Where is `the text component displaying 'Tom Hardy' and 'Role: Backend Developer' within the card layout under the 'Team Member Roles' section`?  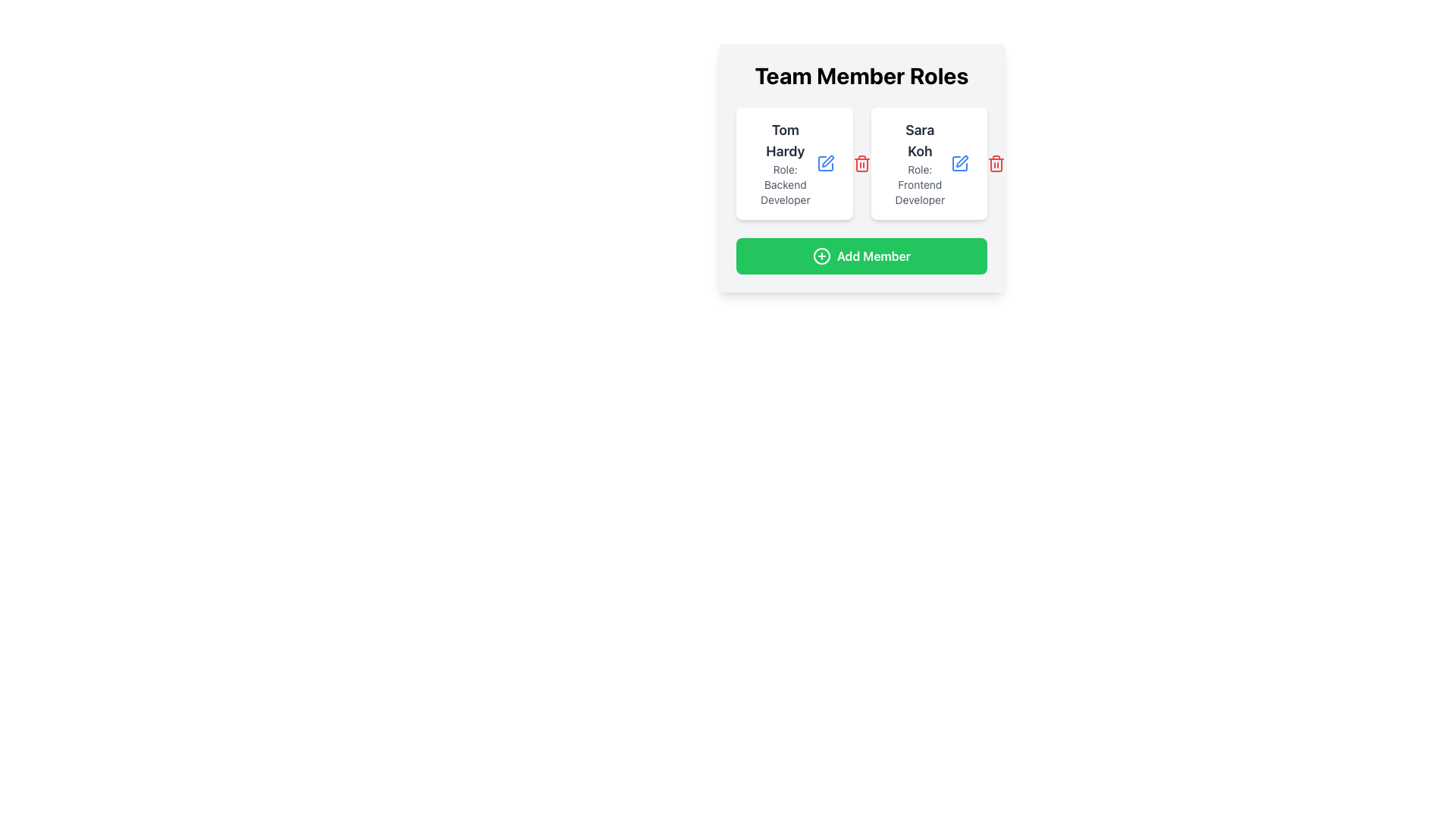 the text component displaying 'Tom Hardy' and 'Role: Backend Developer' within the card layout under the 'Team Member Roles' section is located at coordinates (785, 164).